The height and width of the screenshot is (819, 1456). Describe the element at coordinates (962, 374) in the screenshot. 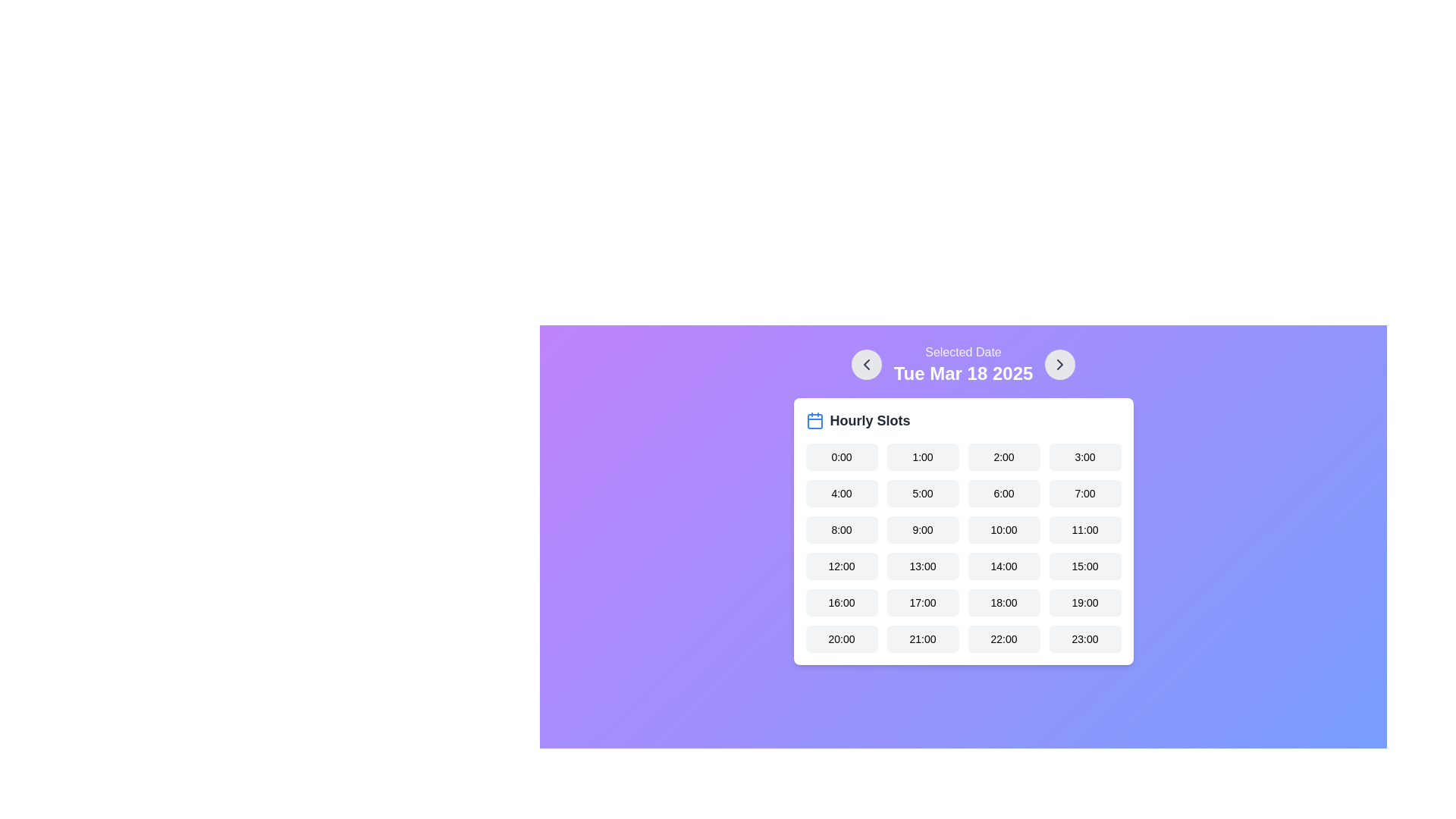

I see `the bold date display reading 'Tue Mar 18 2025' which is prominently positioned at the center-top of the panel displaying hourly slots` at that location.